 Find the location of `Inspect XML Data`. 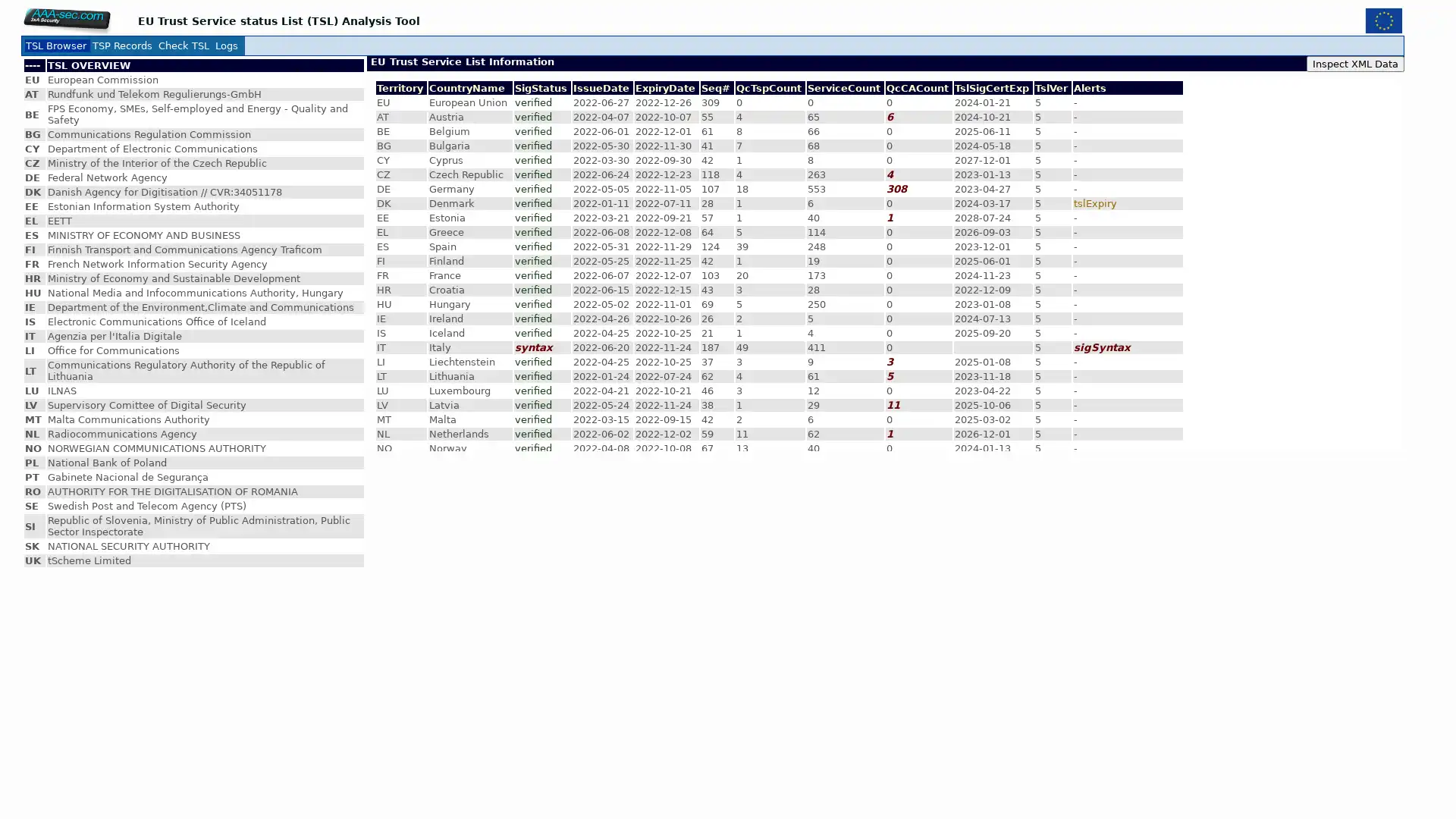

Inspect XML Data is located at coordinates (1355, 63).